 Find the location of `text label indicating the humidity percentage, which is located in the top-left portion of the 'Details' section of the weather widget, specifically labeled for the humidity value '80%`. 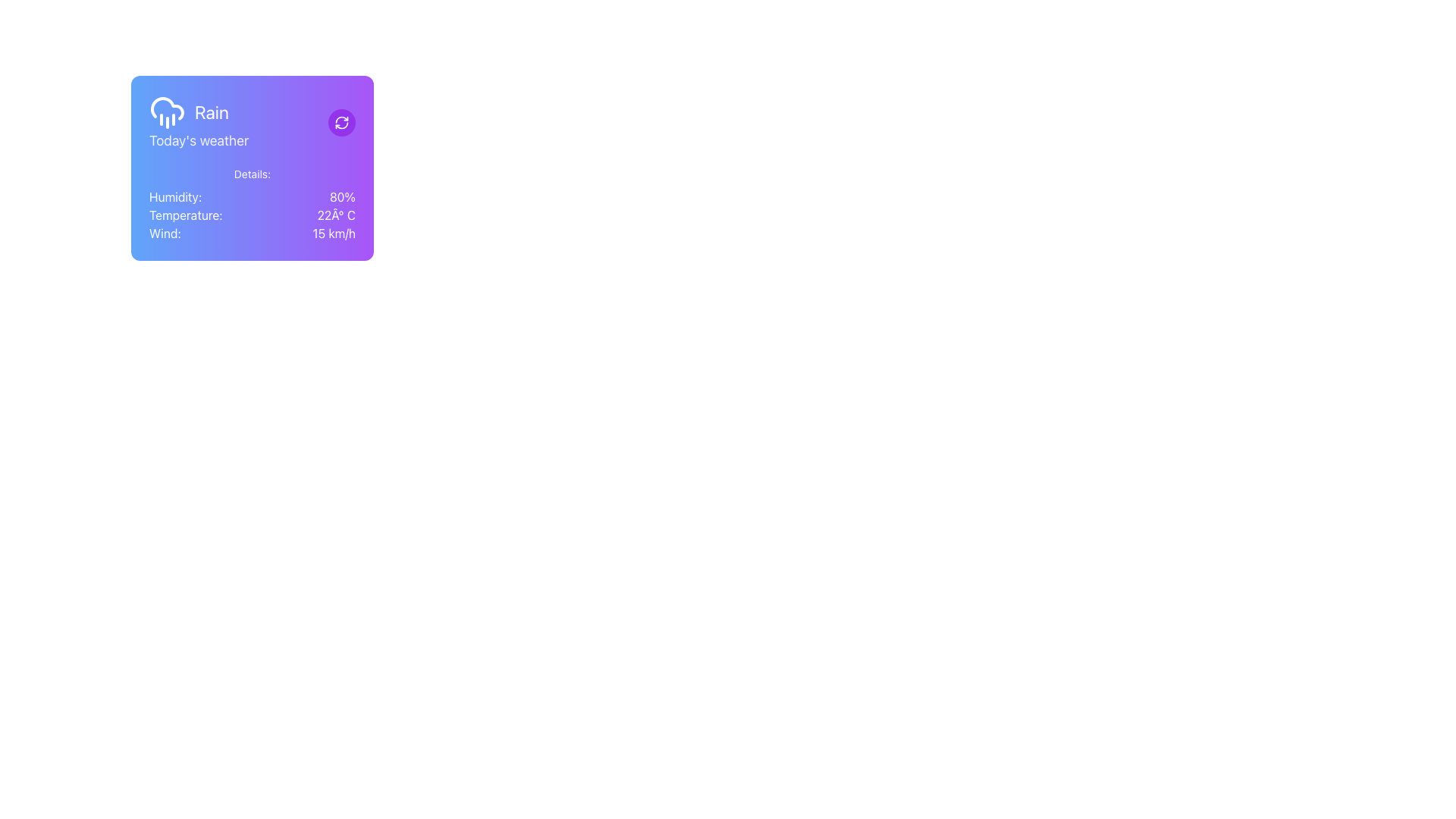

text label indicating the humidity percentage, which is located in the top-left portion of the 'Details' section of the weather widget, specifically labeled for the humidity value '80% is located at coordinates (175, 196).